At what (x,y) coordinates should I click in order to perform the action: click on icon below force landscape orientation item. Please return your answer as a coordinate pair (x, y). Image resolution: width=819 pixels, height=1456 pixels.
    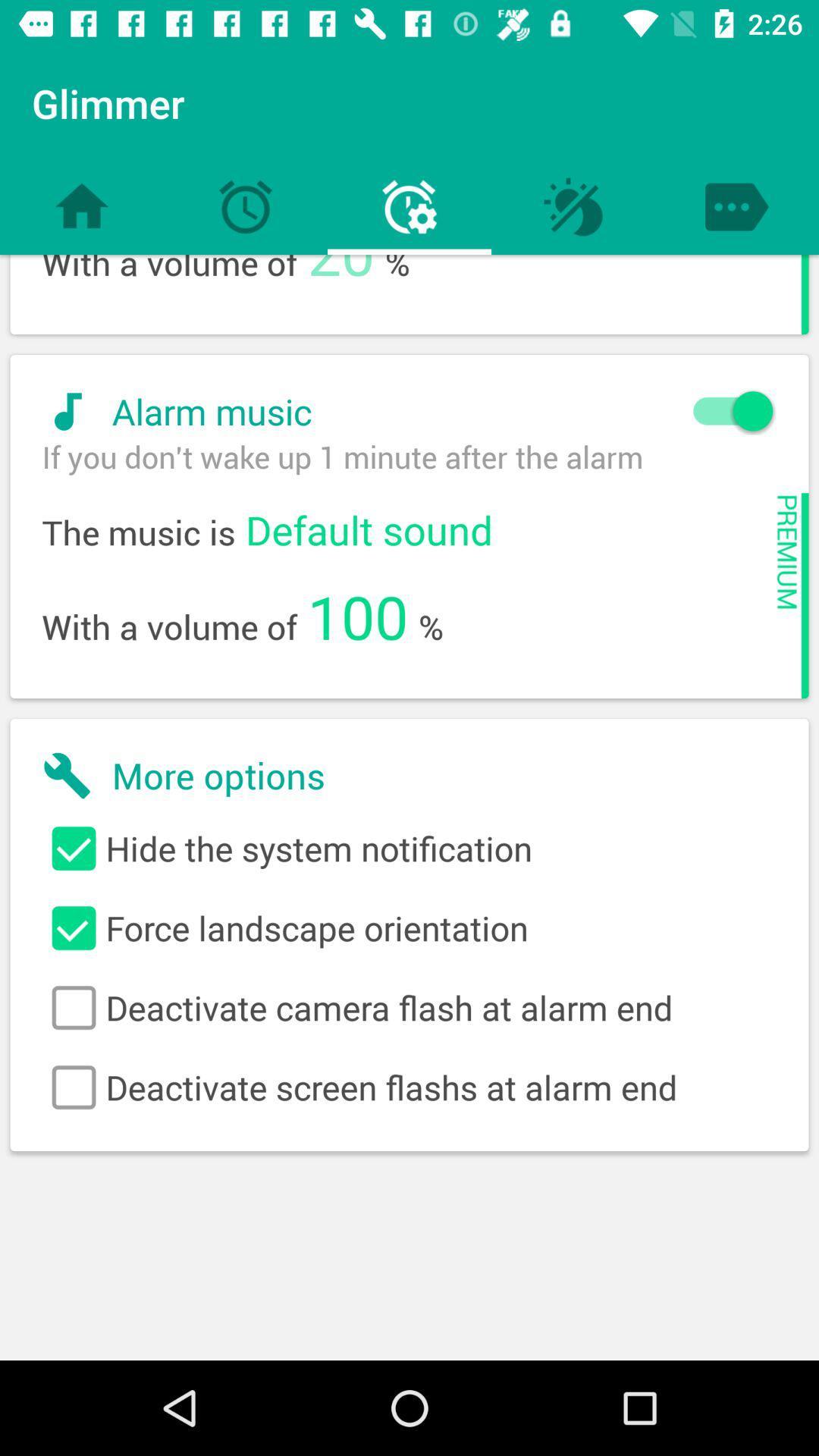
    Looking at the image, I should click on (409, 1008).